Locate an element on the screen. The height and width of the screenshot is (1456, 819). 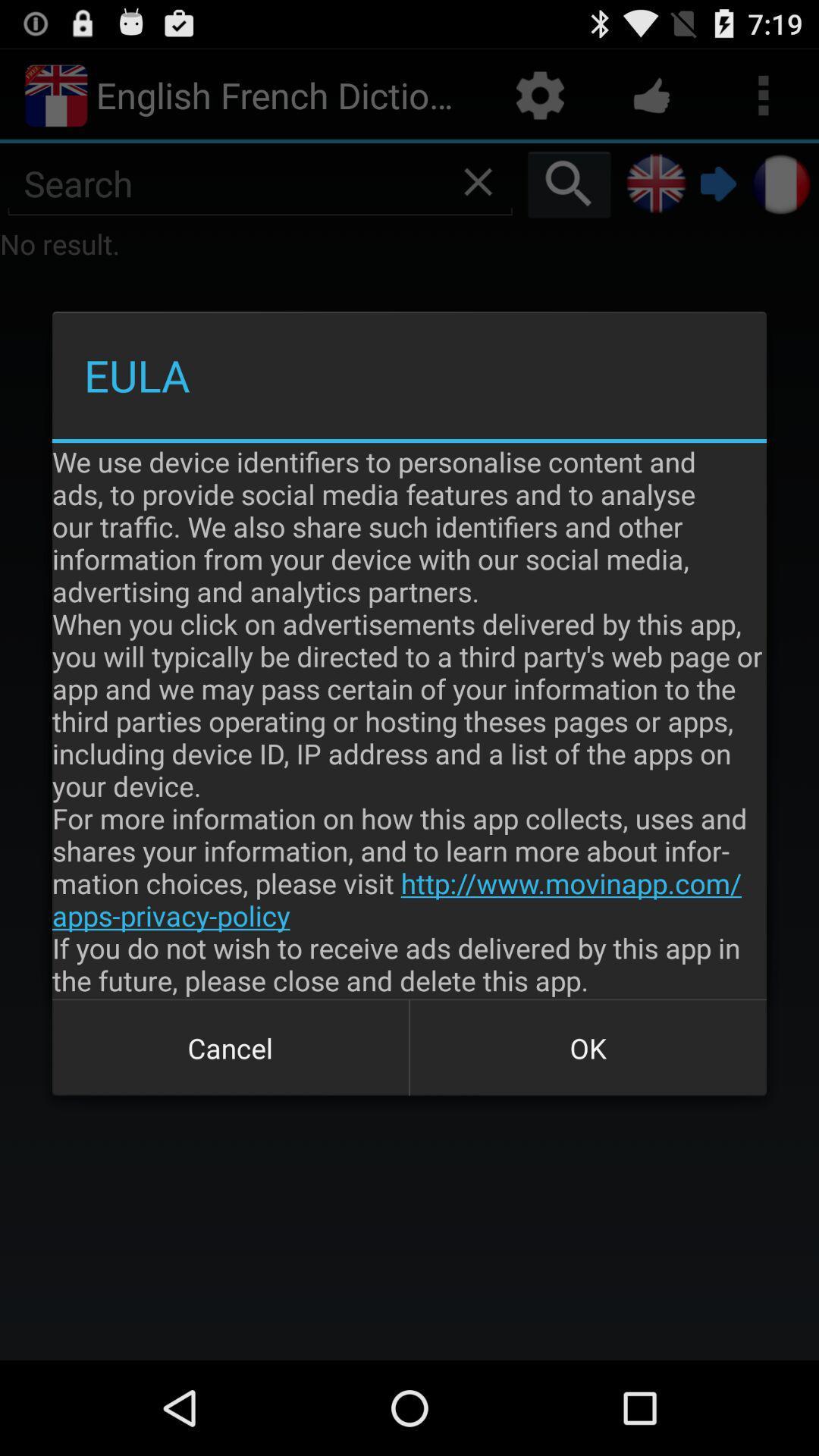
the icon at the bottom right corner is located at coordinates (587, 1047).